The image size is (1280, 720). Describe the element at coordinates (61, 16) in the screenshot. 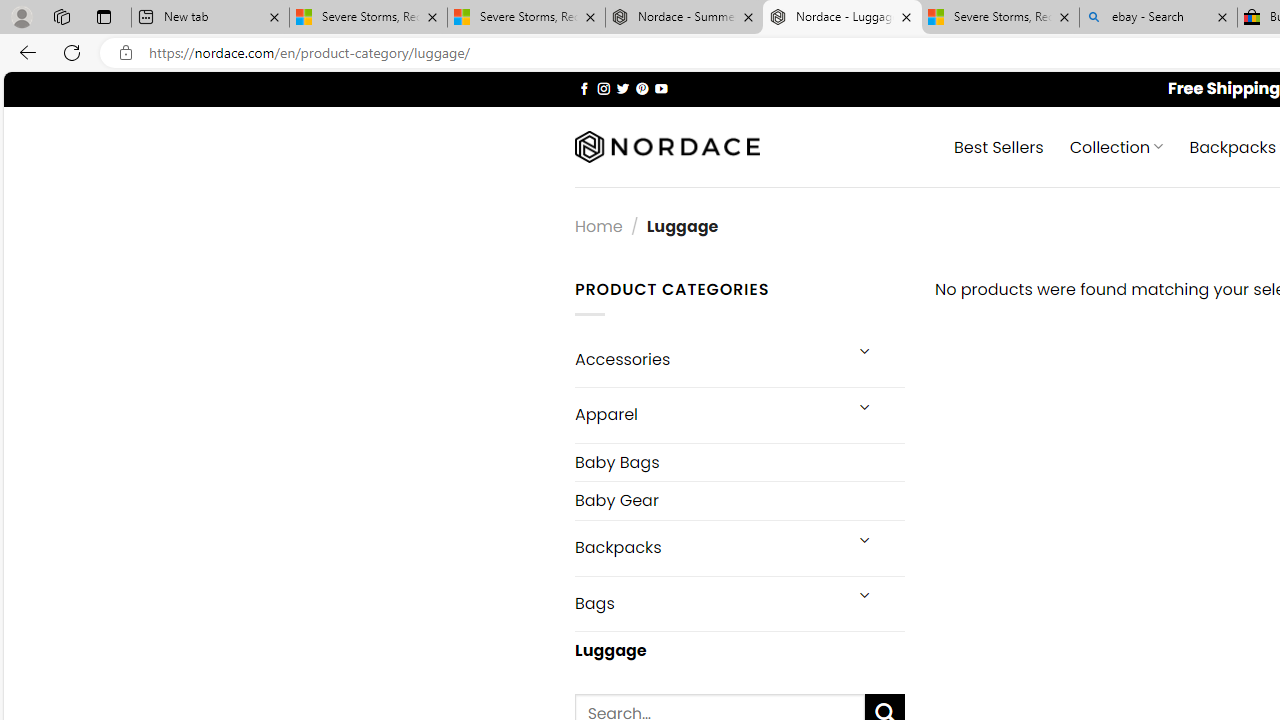

I see `'Workspaces'` at that location.